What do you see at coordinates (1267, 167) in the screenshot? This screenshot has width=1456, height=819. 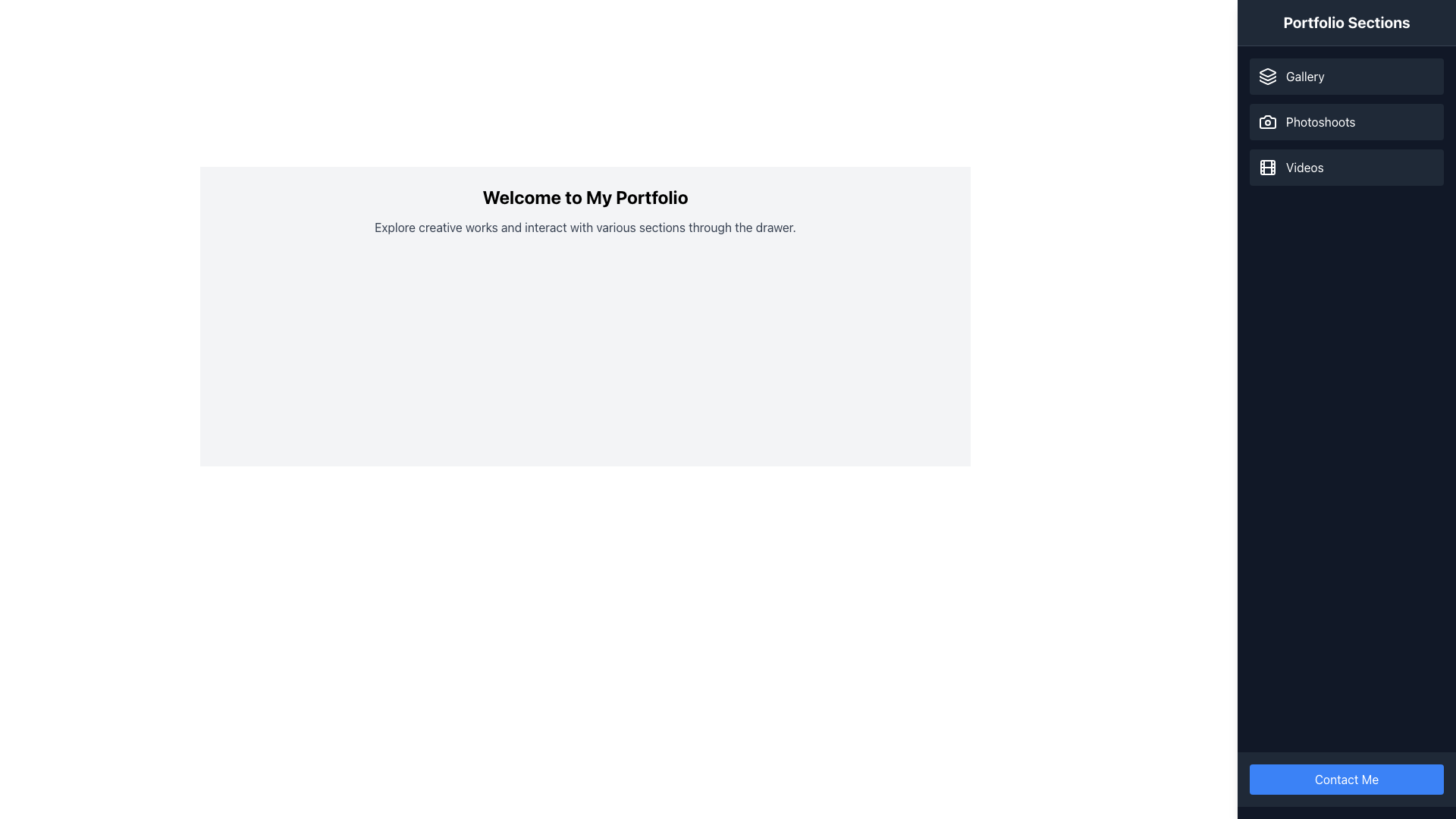 I see `the Icon component, which is a small rectangle with rounded corners representing a filmstrip, located within the SVG structure near the 'Videos' button in the right sidebar` at bounding box center [1267, 167].